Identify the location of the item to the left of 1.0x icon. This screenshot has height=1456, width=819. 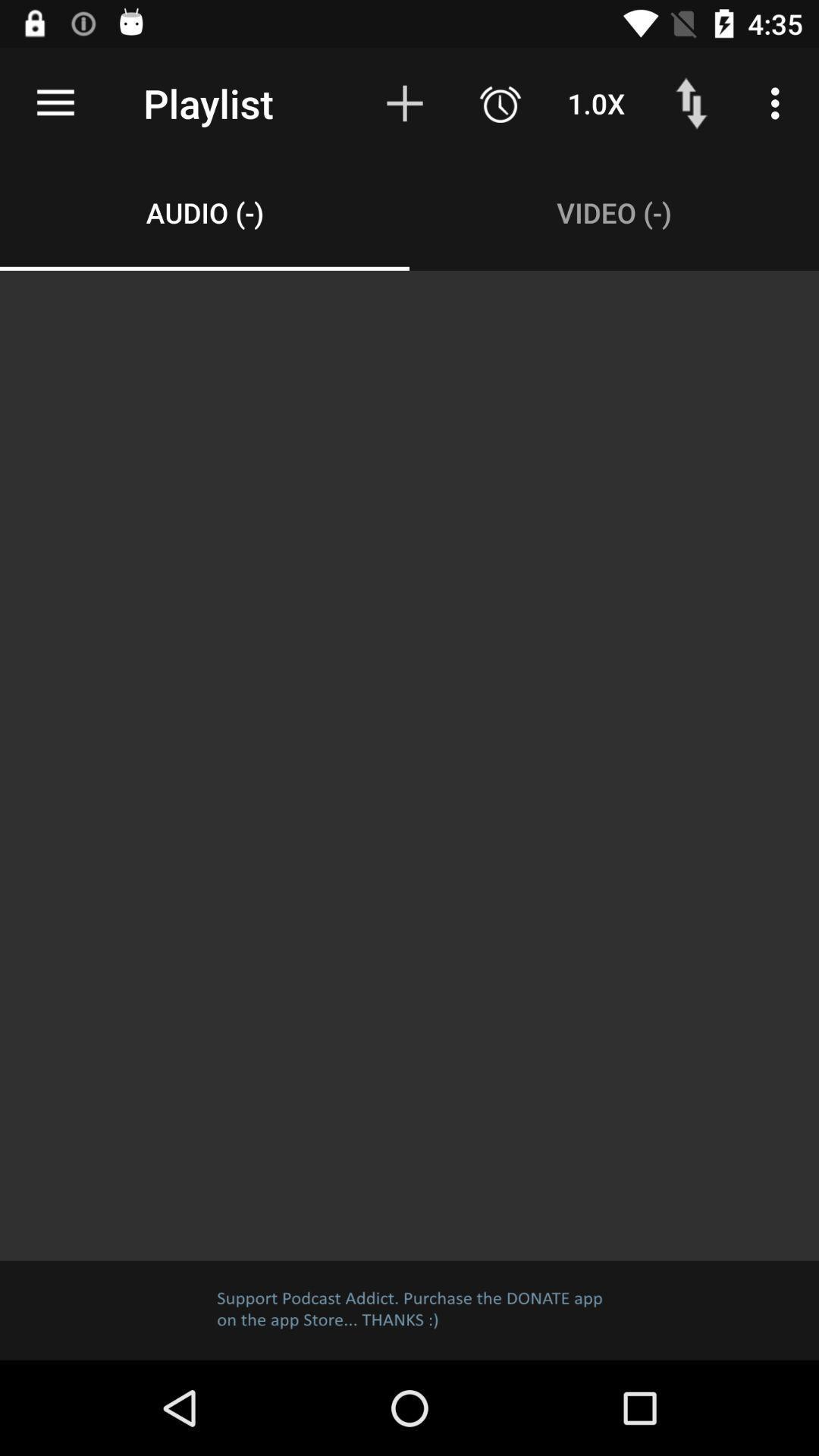
(500, 102).